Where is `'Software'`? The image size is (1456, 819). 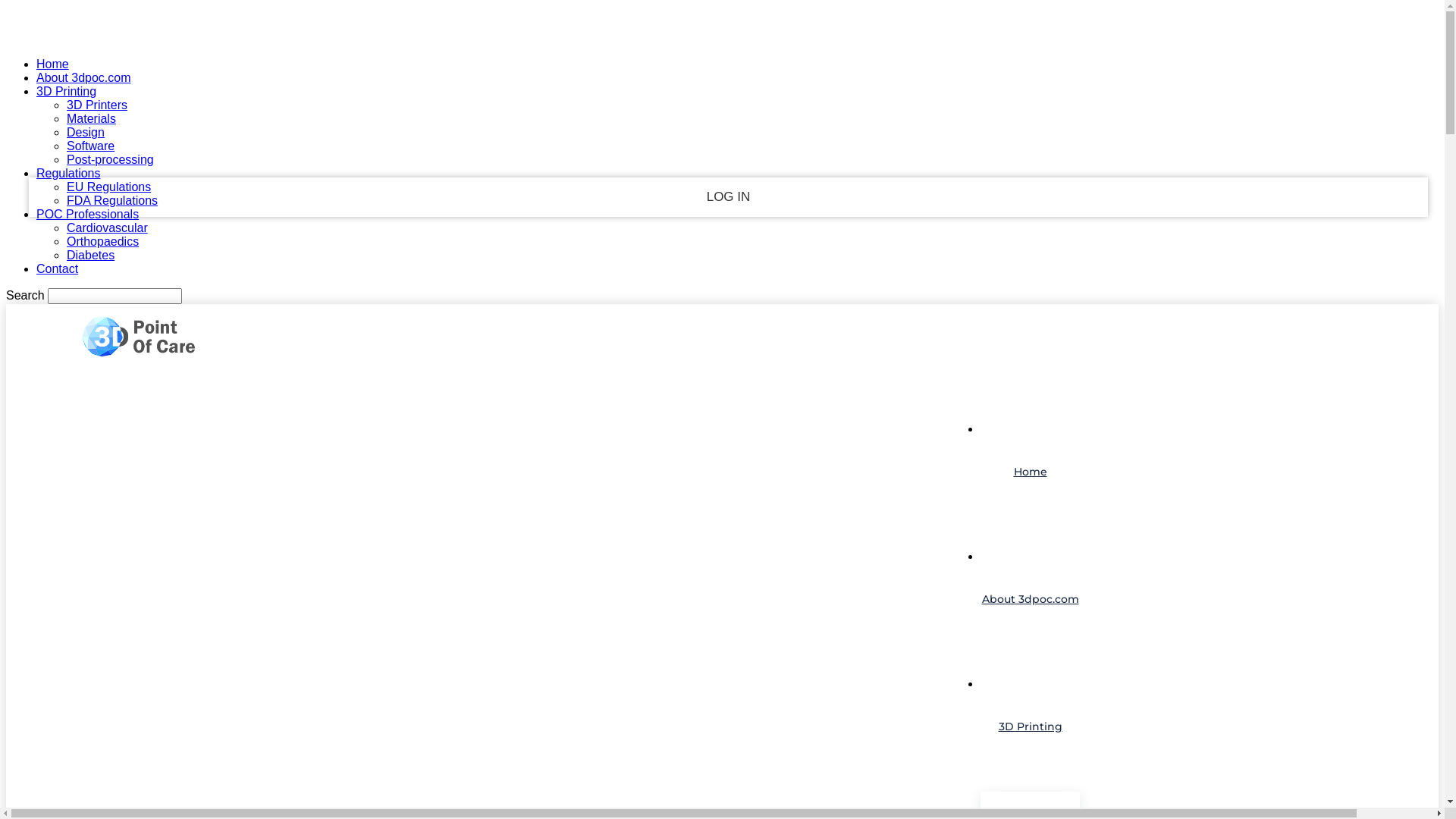 'Software' is located at coordinates (89, 146).